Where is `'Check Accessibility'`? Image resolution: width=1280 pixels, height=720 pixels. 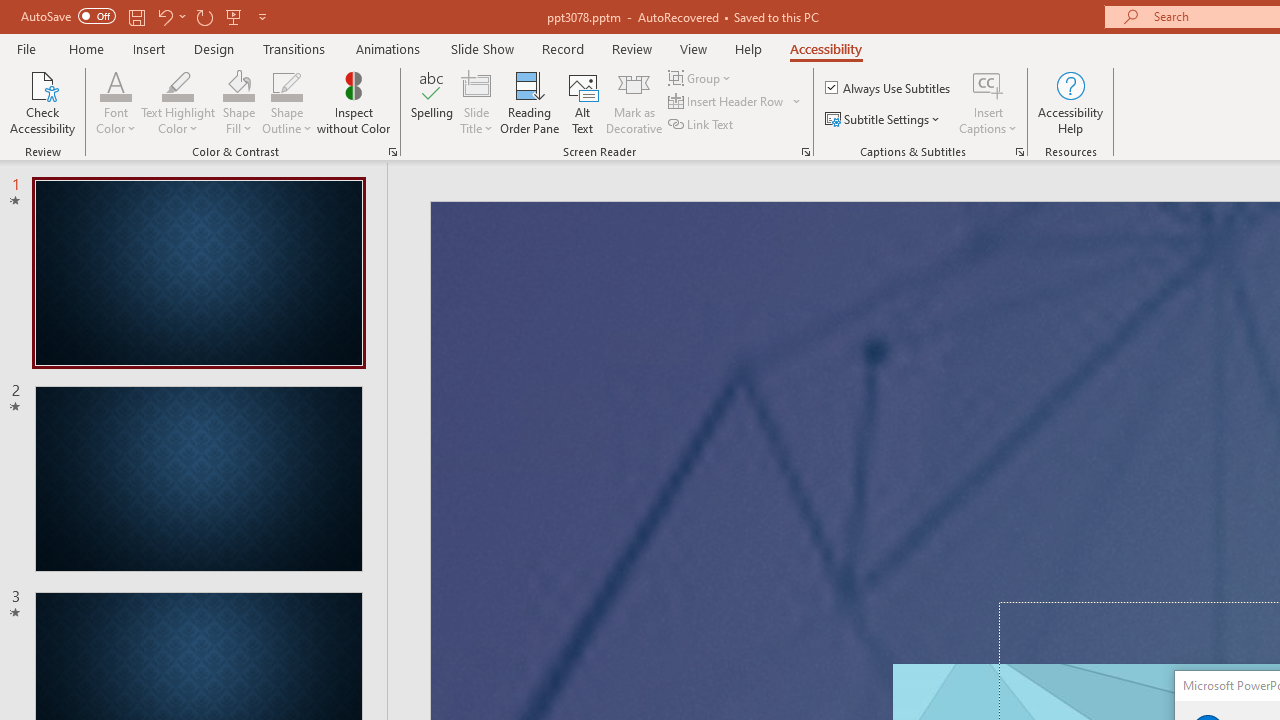
'Check Accessibility' is located at coordinates (42, 103).